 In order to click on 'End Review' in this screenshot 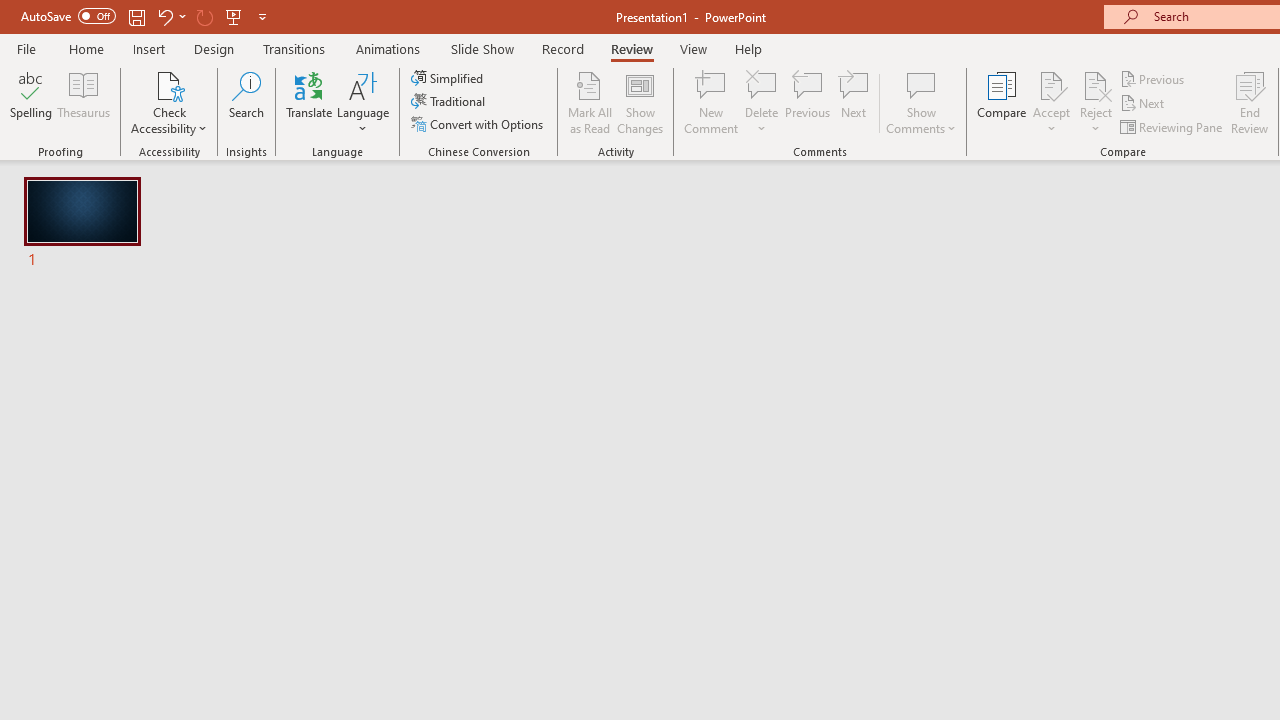, I will do `click(1248, 103)`.